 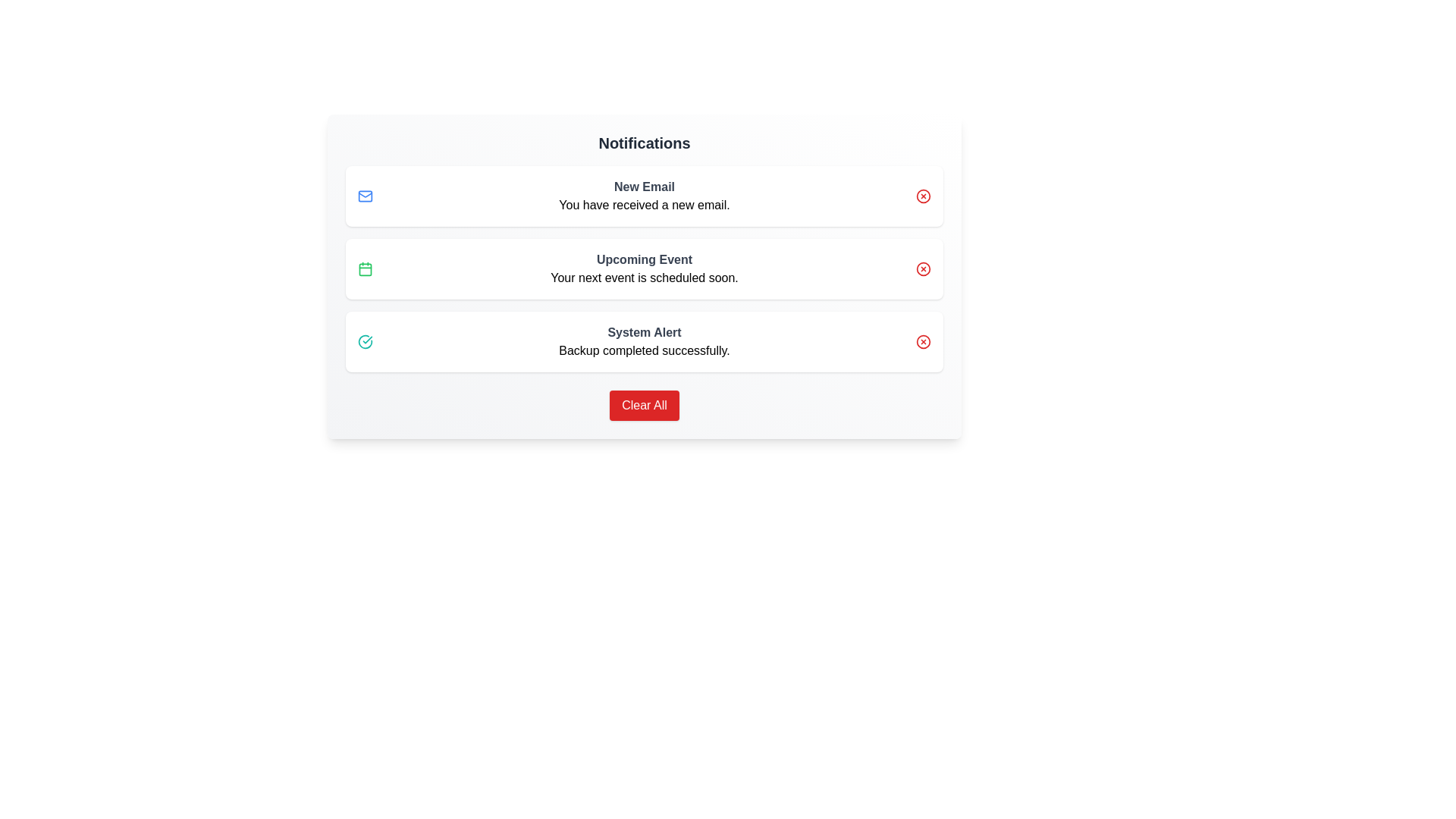 What do you see at coordinates (644, 342) in the screenshot?
I see `notification card labeled 'System Alert' that confirms 'Backup completed successfully.' It is the third card in a vertically stacked list located under 'Upcoming Event.'` at bounding box center [644, 342].